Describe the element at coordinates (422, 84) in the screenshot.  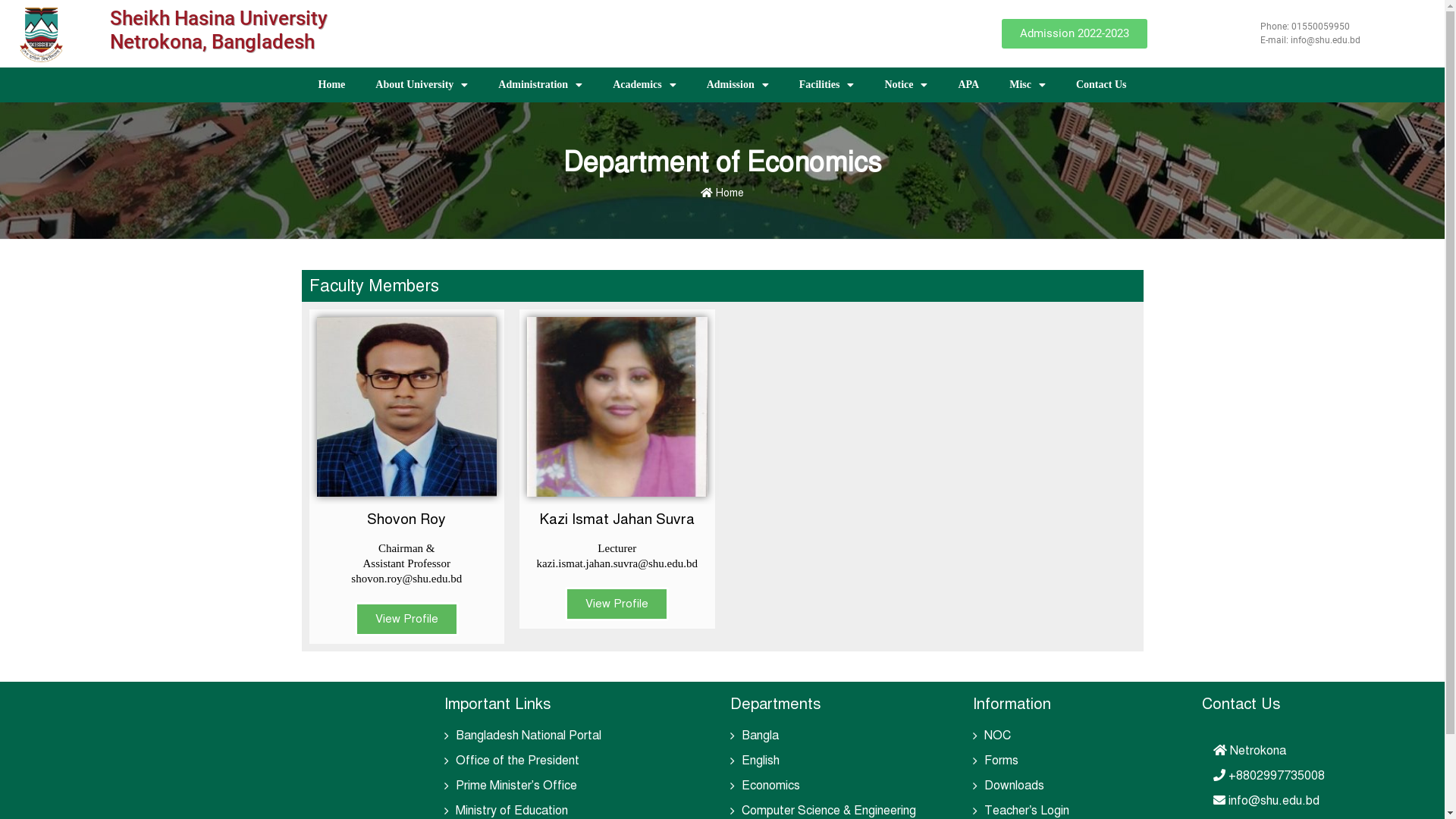
I see `'About University'` at that location.